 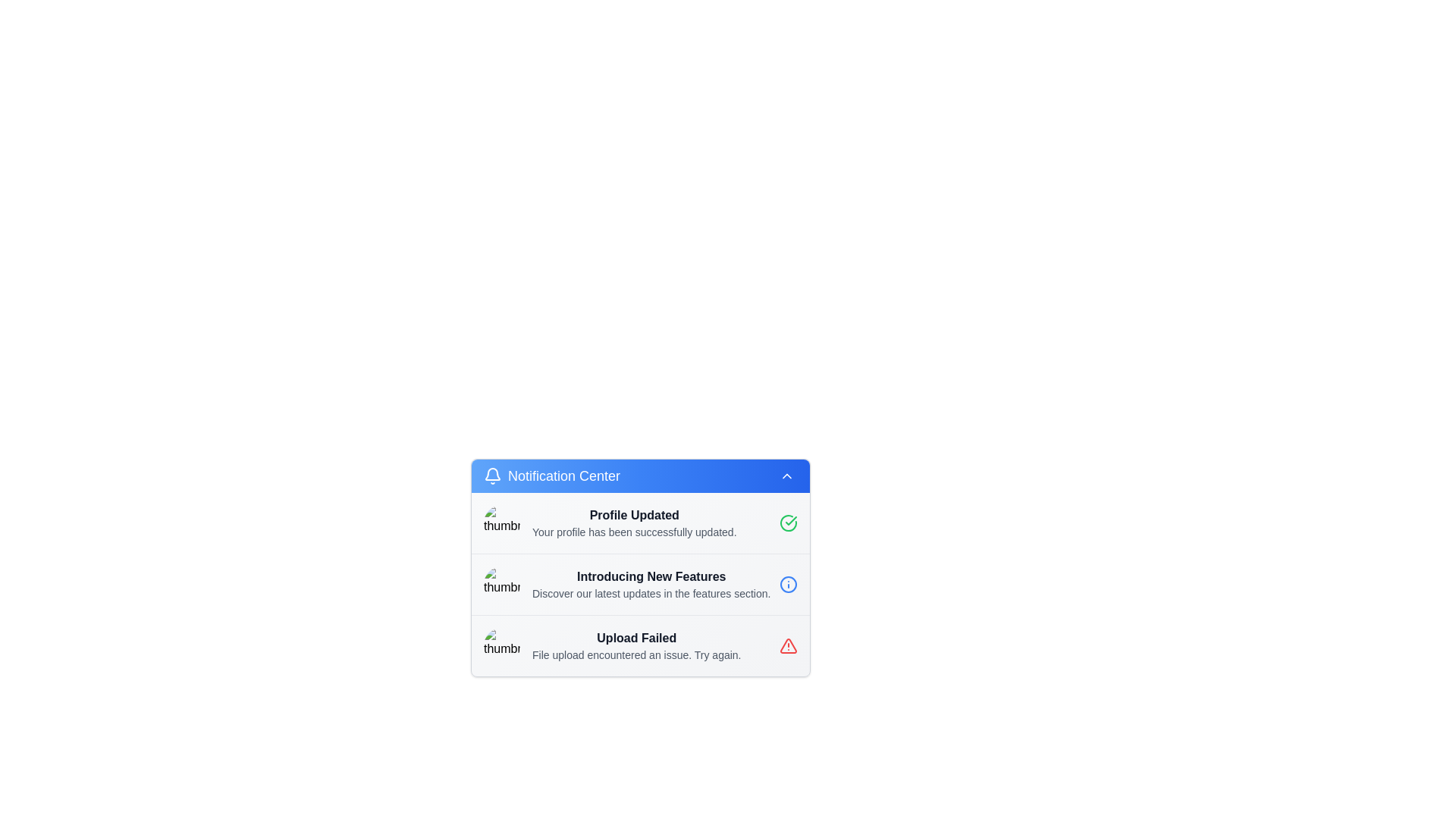 I want to click on text content of the static notification block titled 'Introducing New Features' located in the middle section of the notification center, so click(x=651, y=584).